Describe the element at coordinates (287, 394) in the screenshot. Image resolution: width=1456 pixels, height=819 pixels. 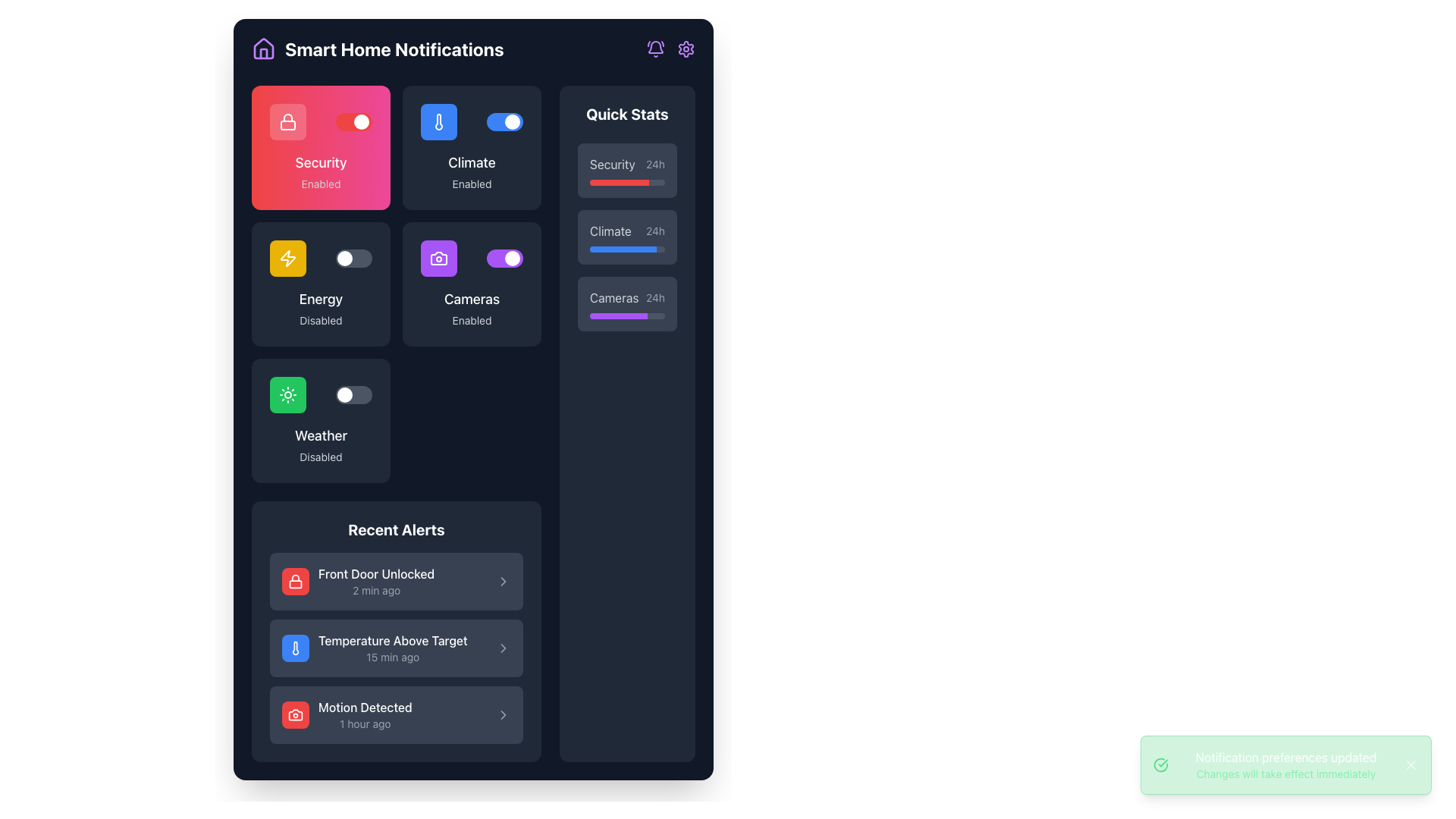
I see `the weather-related icon-based button located at the bottom-left of the group of green buttons, adjacent to the 'Weather' label` at that location.